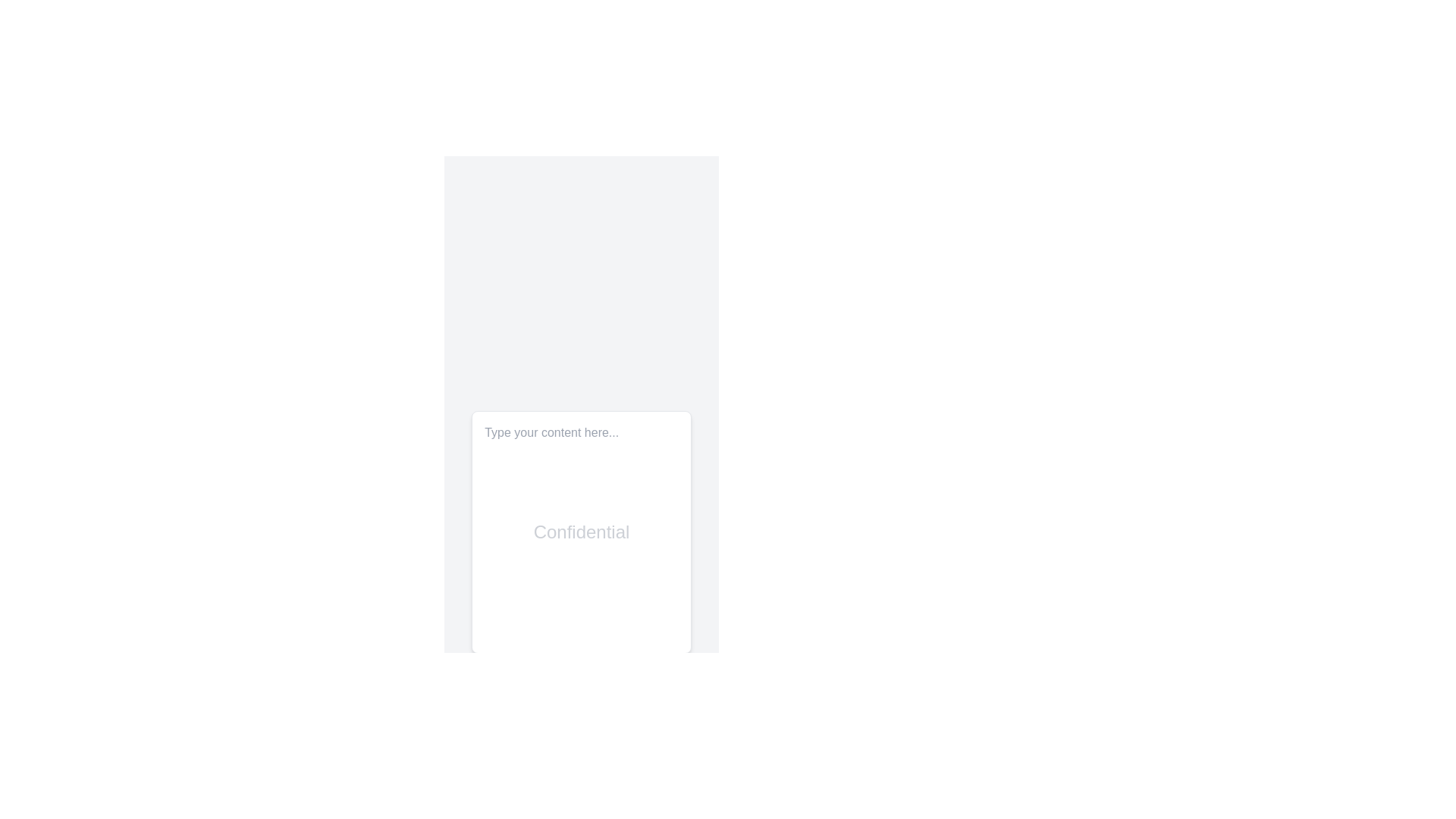 This screenshot has height=819, width=1456. What do you see at coordinates (581, 532) in the screenshot?
I see `and delete the existing text in the text area marked with the watermark 'Confidential', centrally located in the interface` at bounding box center [581, 532].